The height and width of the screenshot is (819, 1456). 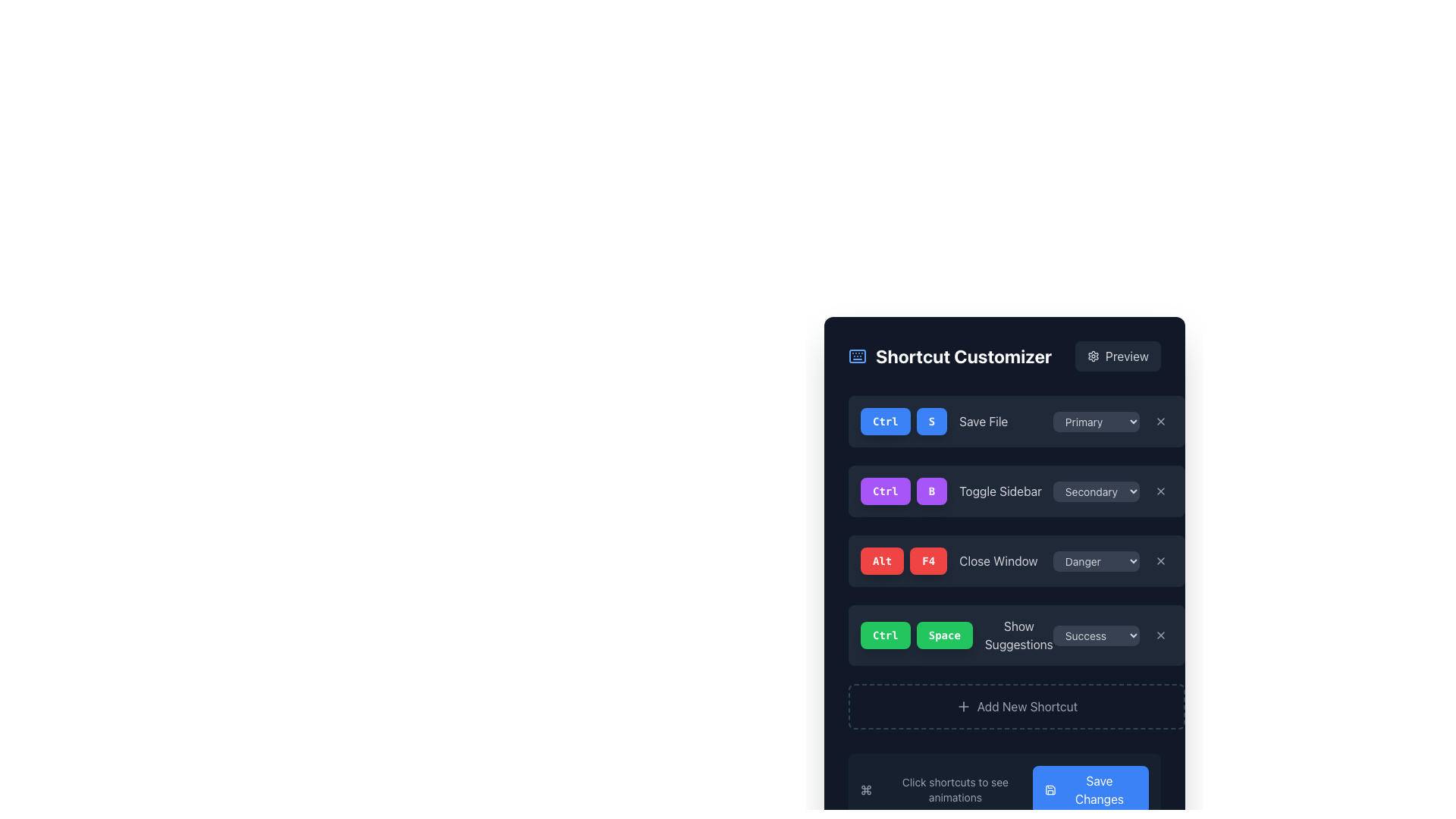 What do you see at coordinates (1096, 421) in the screenshot?
I see `the 'Primary' dropdown button located in the top row of the Shortcut Customizer panel for tooltip display` at bounding box center [1096, 421].